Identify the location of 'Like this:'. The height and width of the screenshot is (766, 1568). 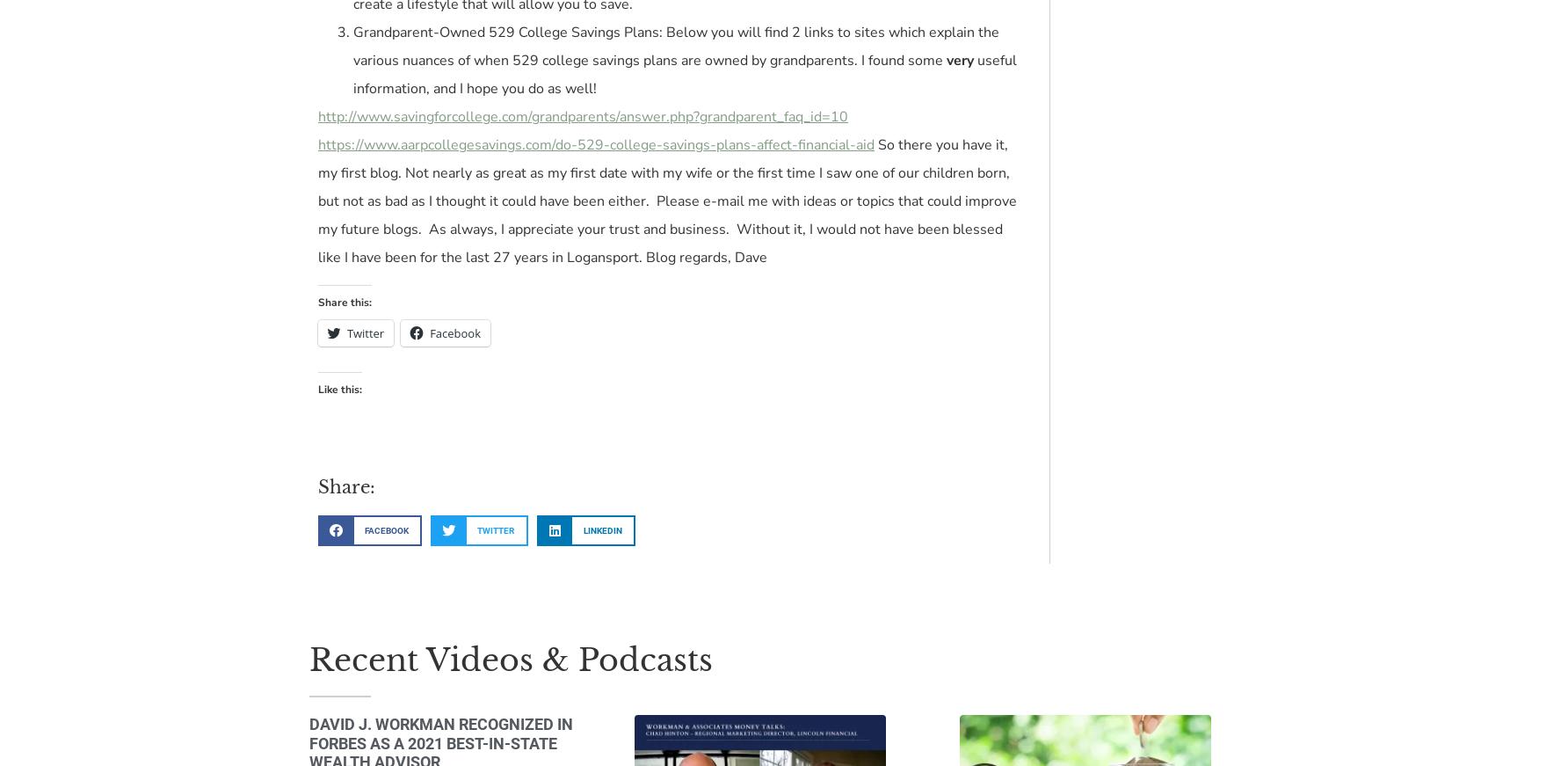
(338, 389).